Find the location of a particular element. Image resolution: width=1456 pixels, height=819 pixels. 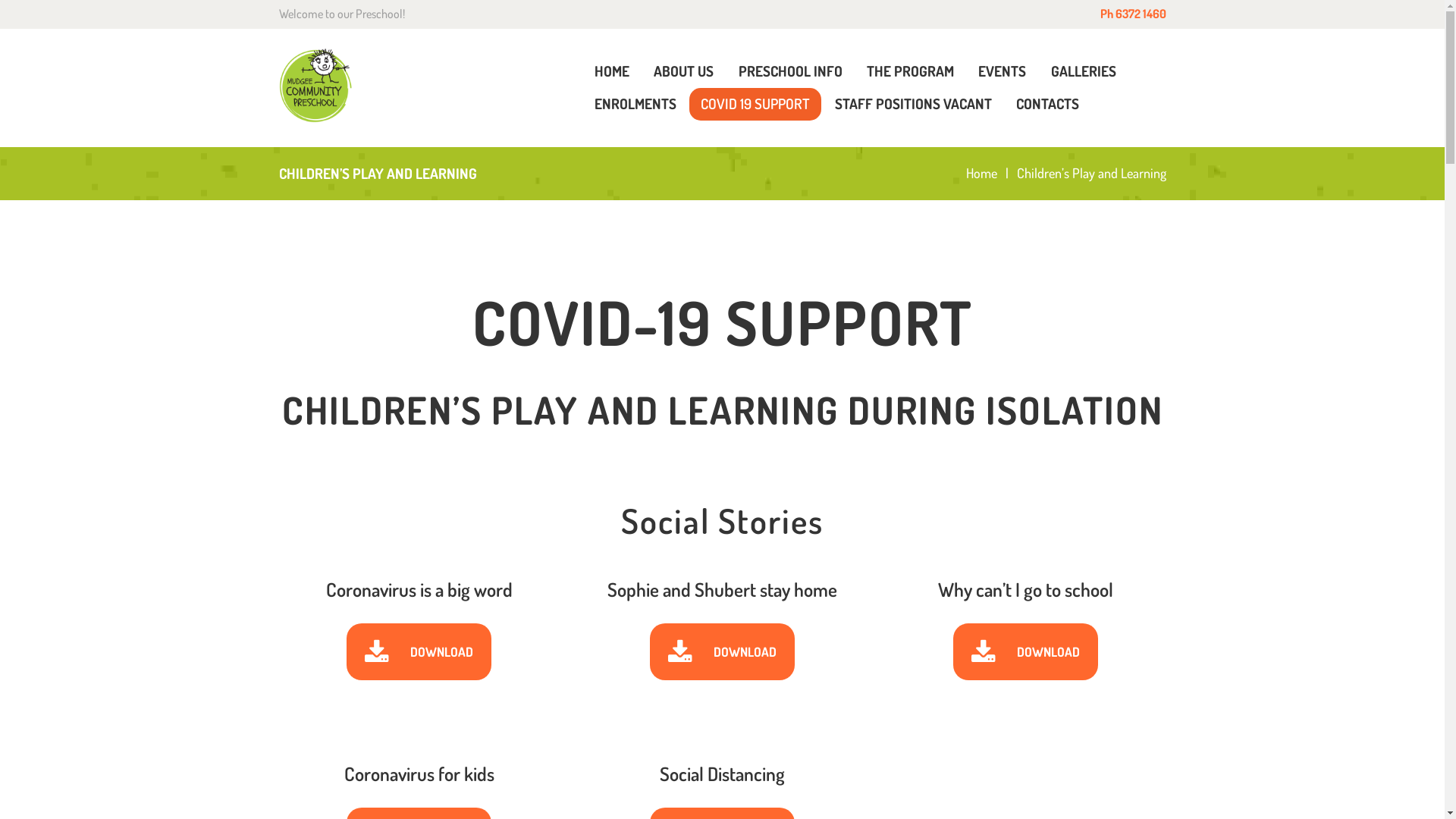

'PRESCHOOL INFO' is located at coordinates (789, 71).